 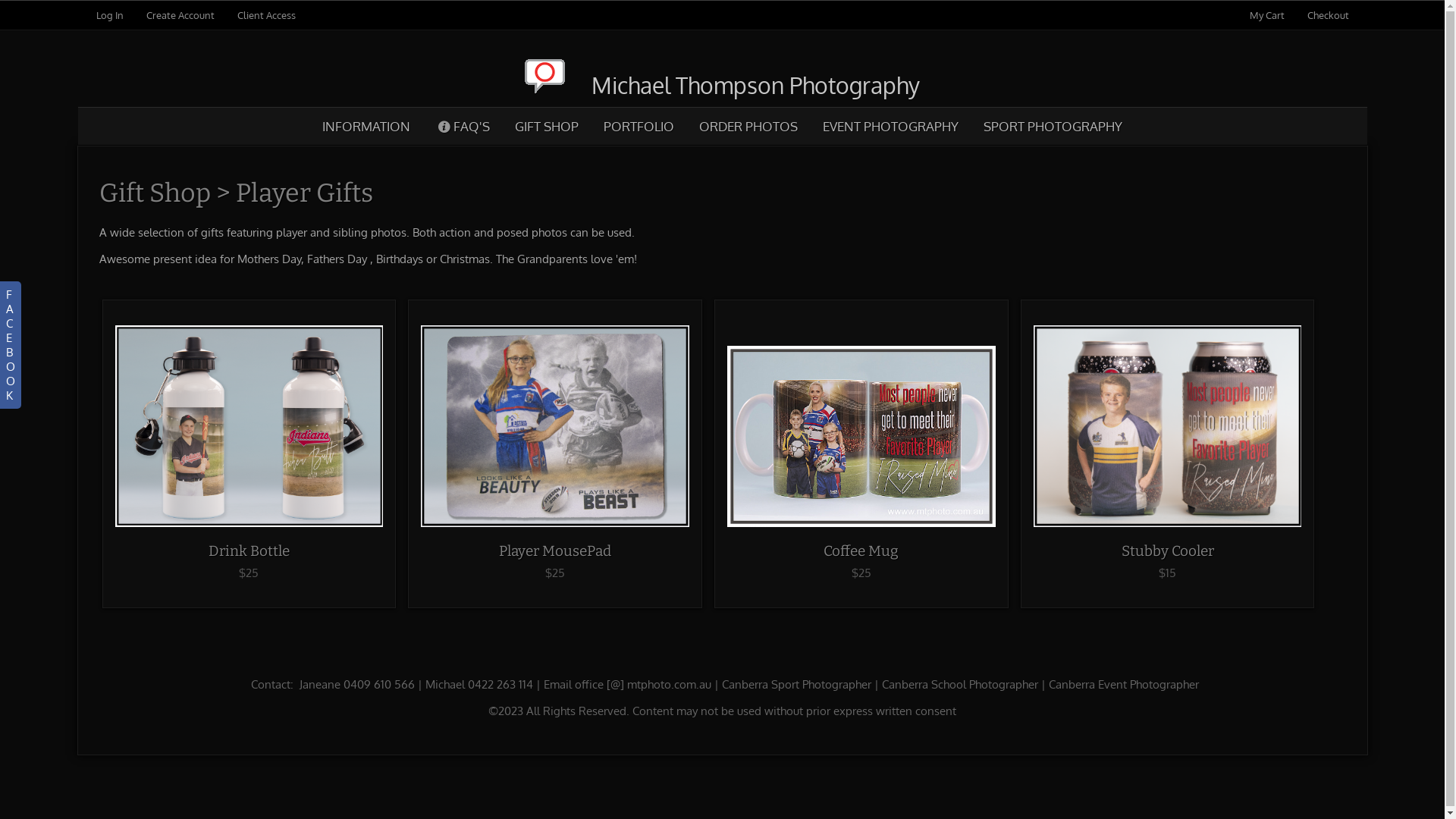 What do you see at coordinates (154, 192) in the screenshot?
I see `'Gift Shop'` at bounding box center [154, 192].